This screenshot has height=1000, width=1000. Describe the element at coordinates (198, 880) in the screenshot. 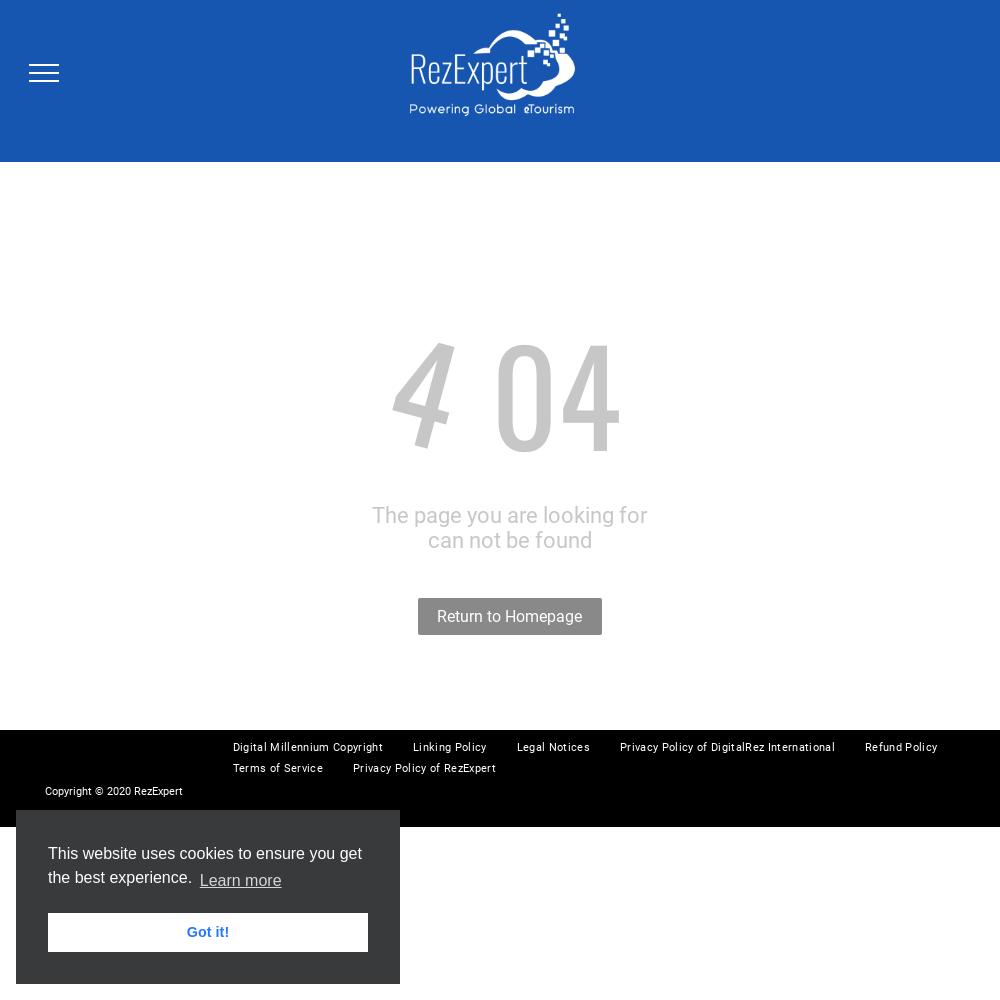

I see `'Learn more'` at that location.